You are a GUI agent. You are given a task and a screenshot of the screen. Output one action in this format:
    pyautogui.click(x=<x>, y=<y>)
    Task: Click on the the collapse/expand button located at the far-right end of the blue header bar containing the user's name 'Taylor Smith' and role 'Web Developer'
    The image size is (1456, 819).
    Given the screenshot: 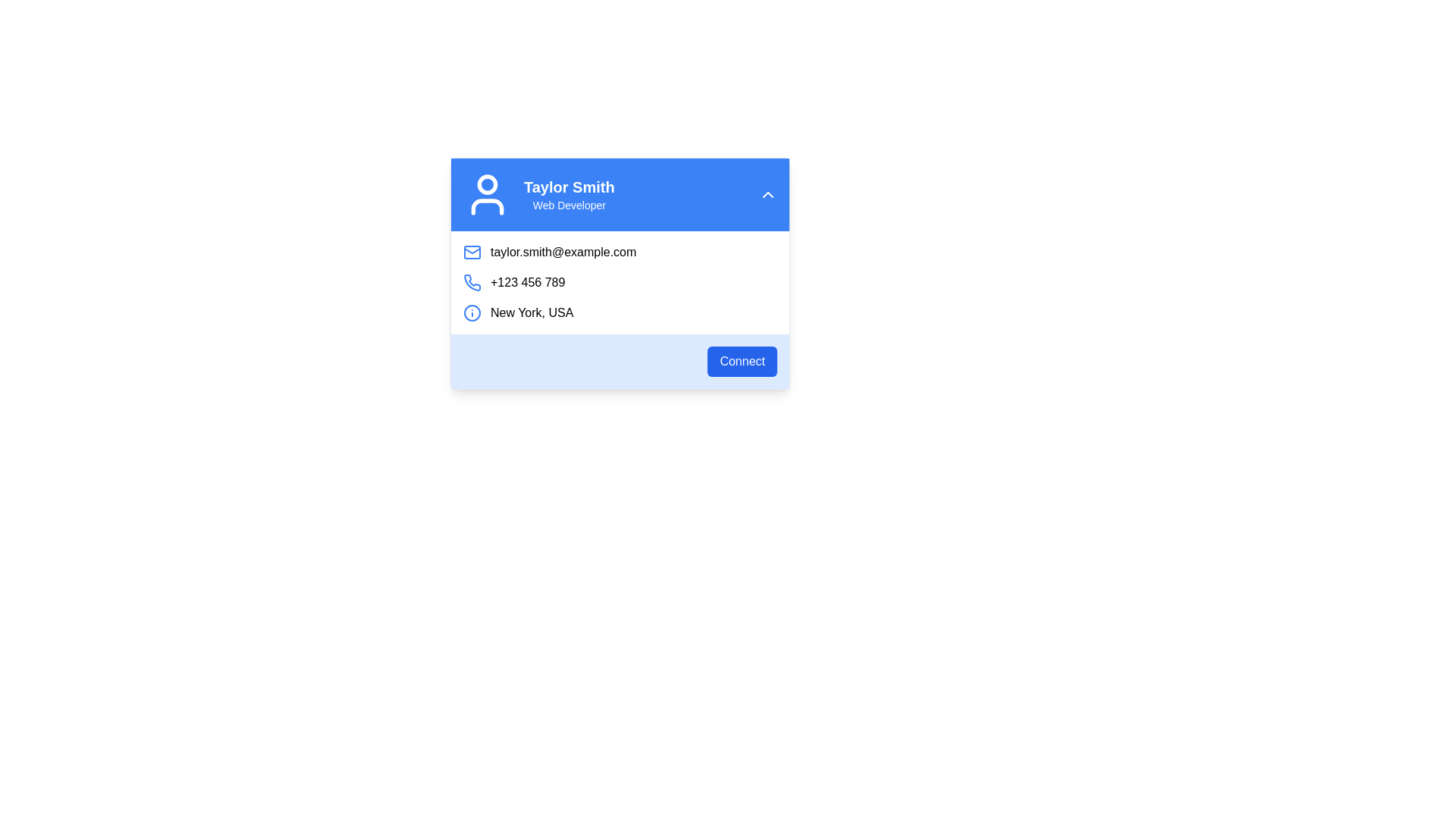 What is the action you would take?
    pyautogui.click(x=767, y=194)
    